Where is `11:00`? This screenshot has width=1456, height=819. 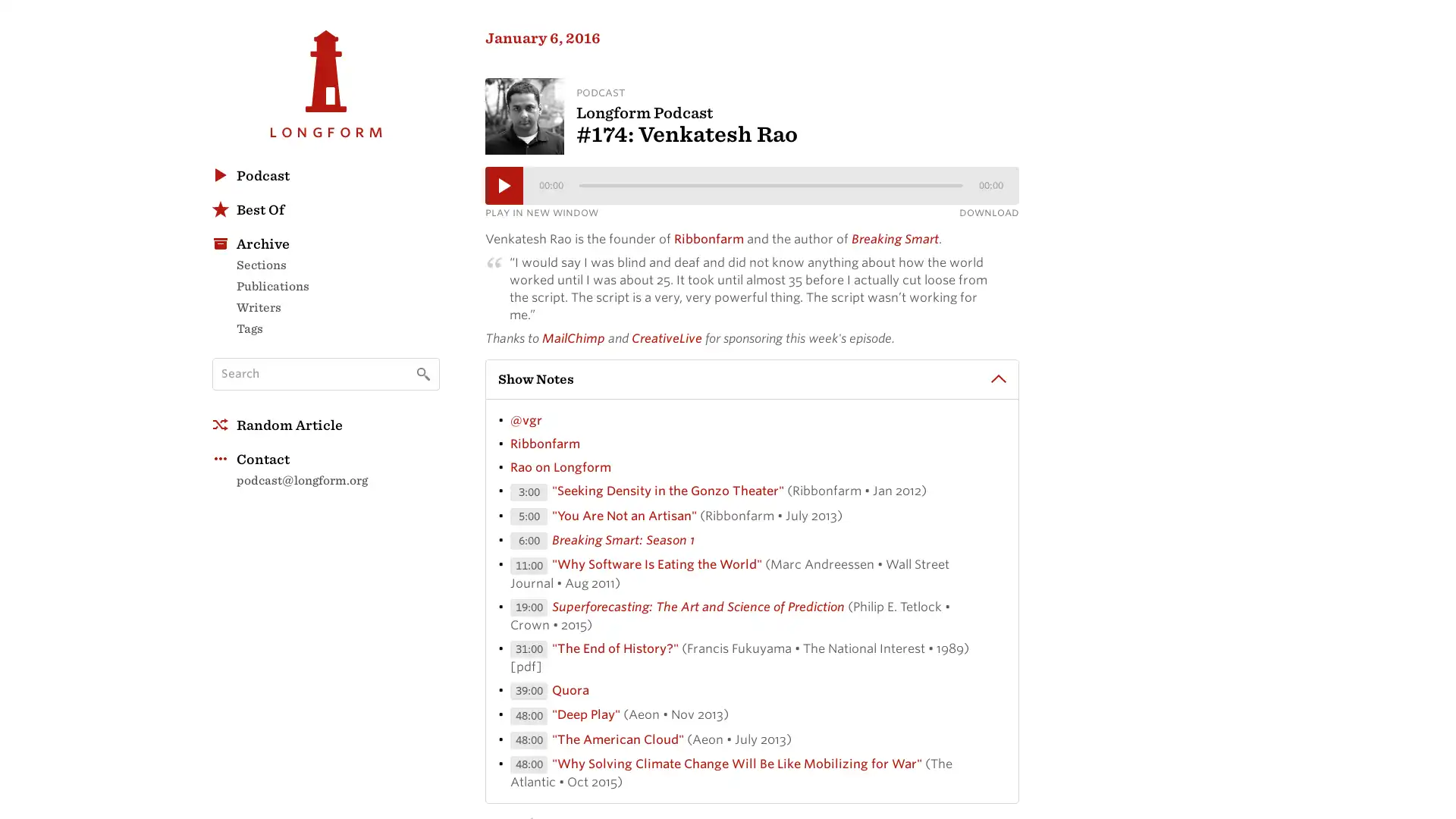
11:00 is located at coordinates (529, 568).